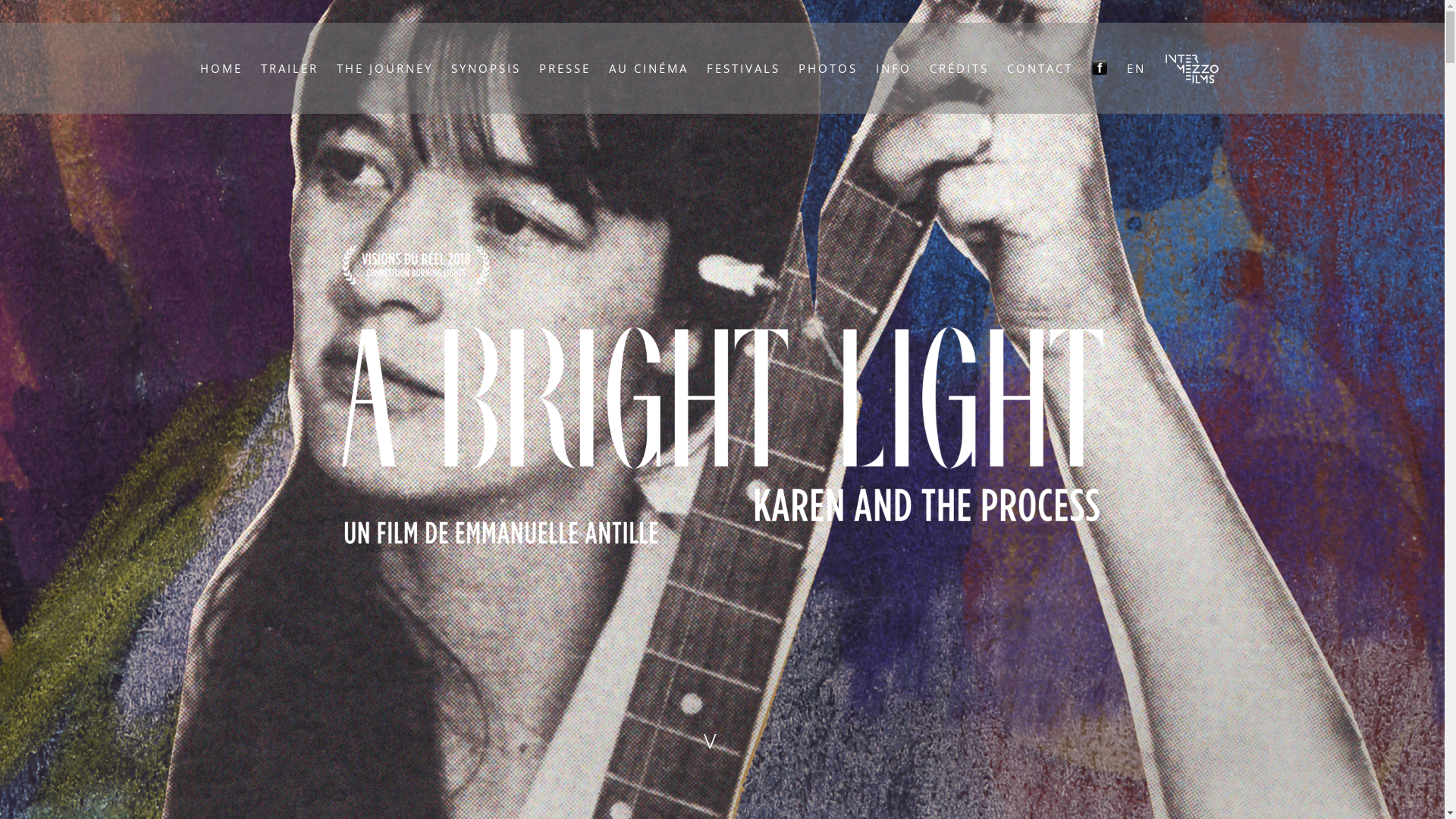 The image size is (1456, 819). What do you see at coordinates (290, 67) in the screenshot?
I see `'TRAILER'` at bounding box center [290, 67].